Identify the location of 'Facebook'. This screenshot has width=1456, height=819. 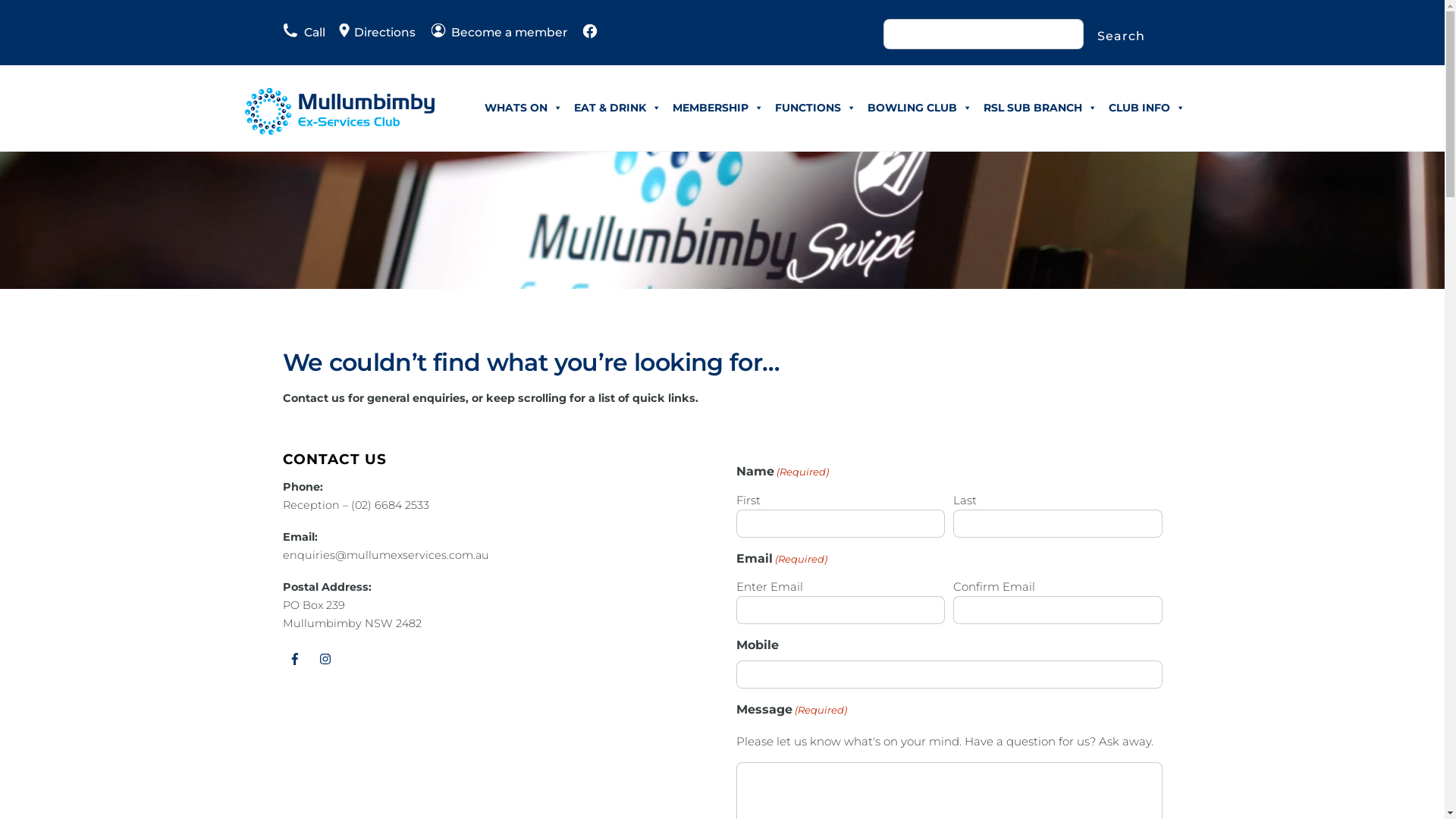
(282, 657).